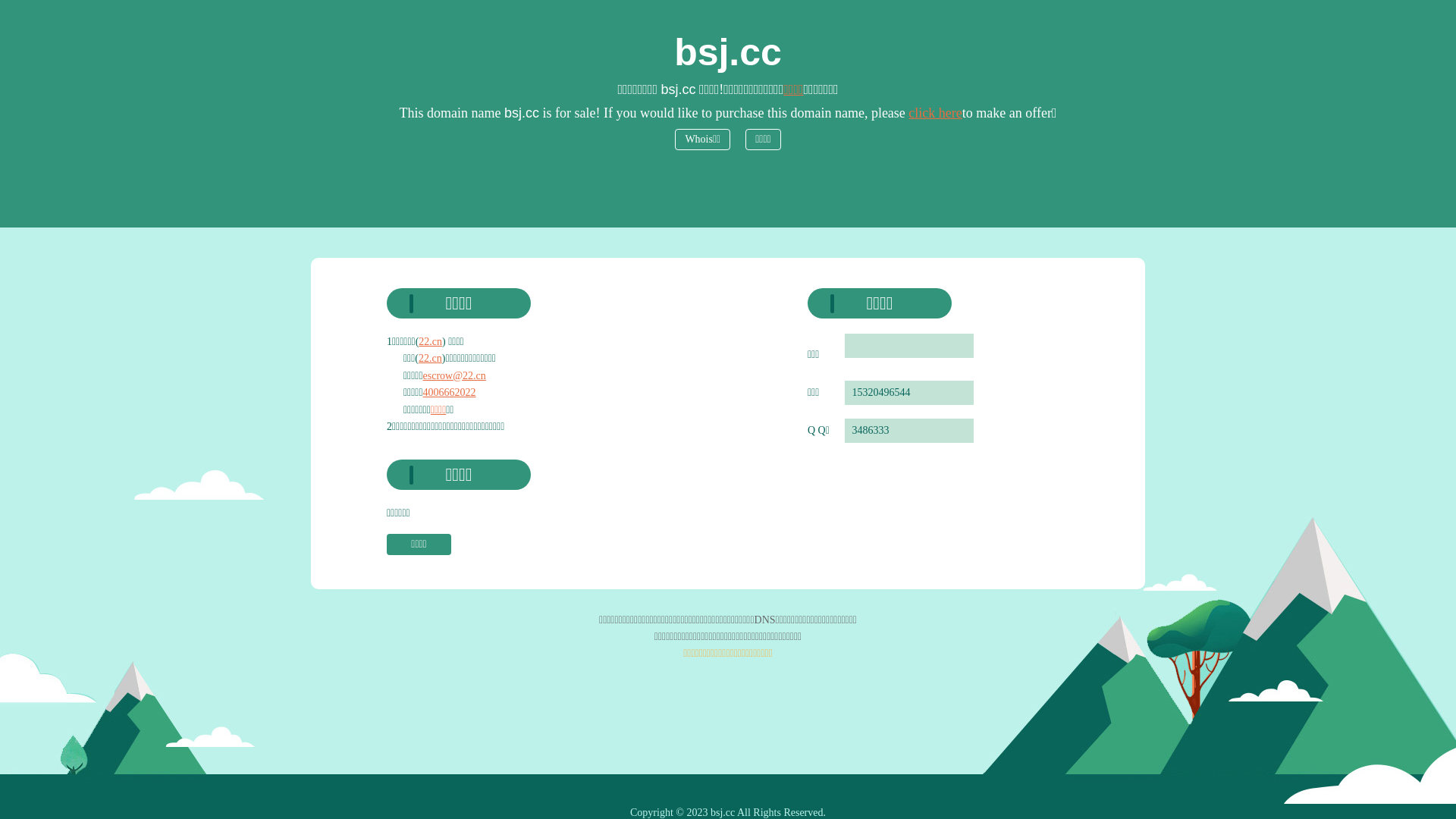 This screenshot has width=1456, height=819. Describe the element at coordinates (453, 375) in the screenshot. I see `'escrow@22.cn'` at that location.